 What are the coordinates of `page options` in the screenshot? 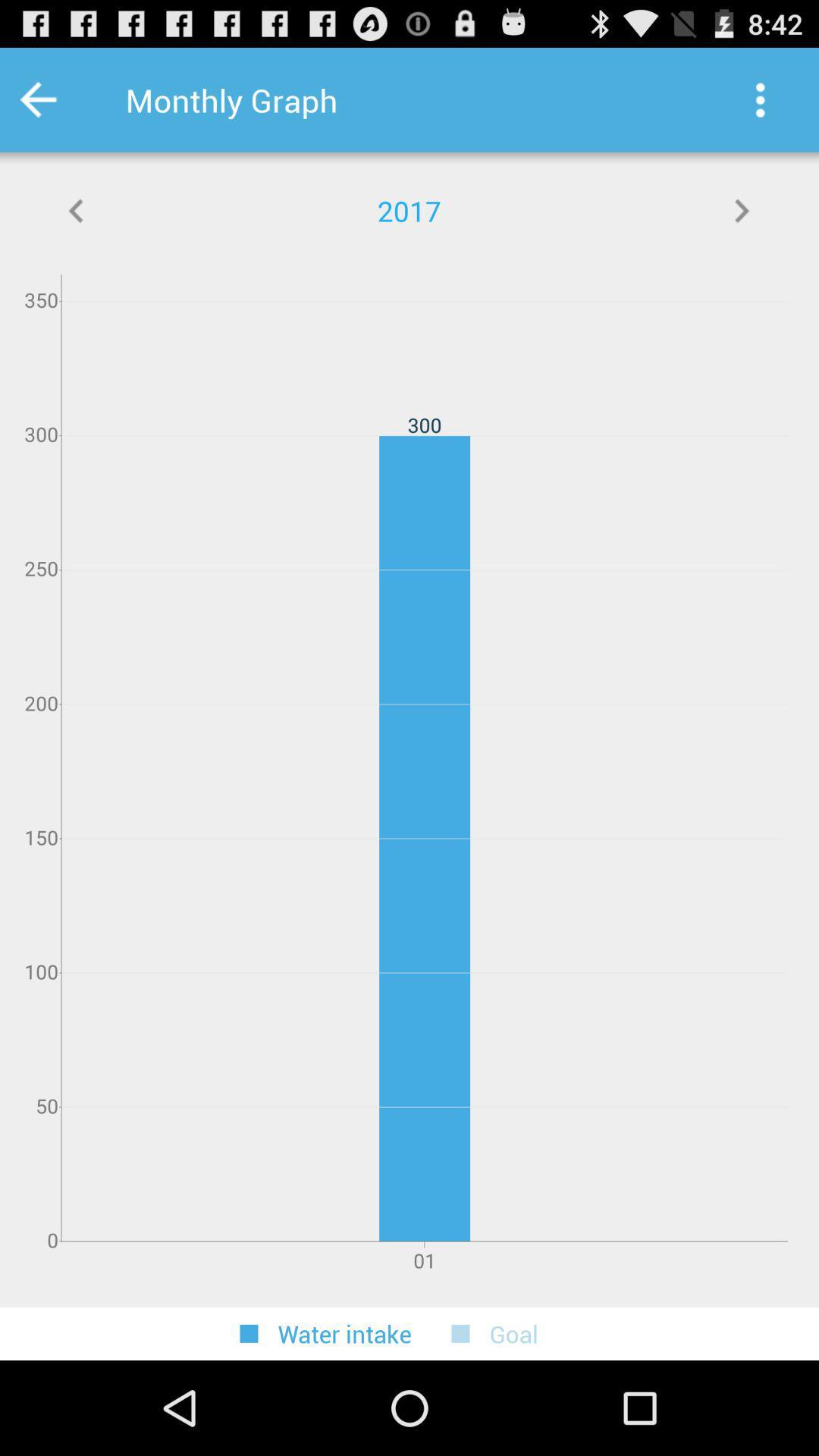 It's located at (760, 99).